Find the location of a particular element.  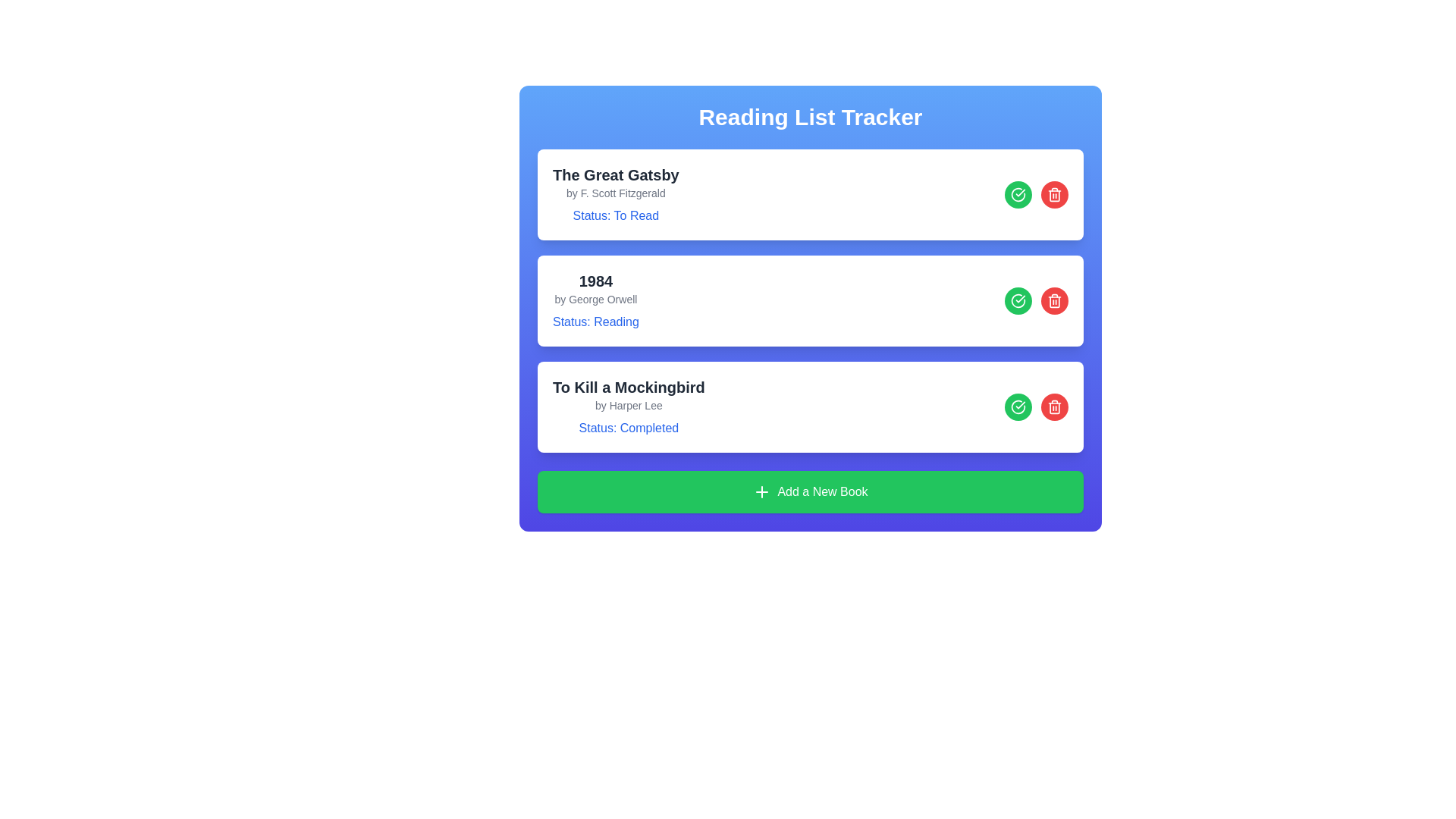

the trash icon button with a red circular background located at the far right of the second row in the list titled '1984' by George Orwell is located at coordinates (1054, 194).